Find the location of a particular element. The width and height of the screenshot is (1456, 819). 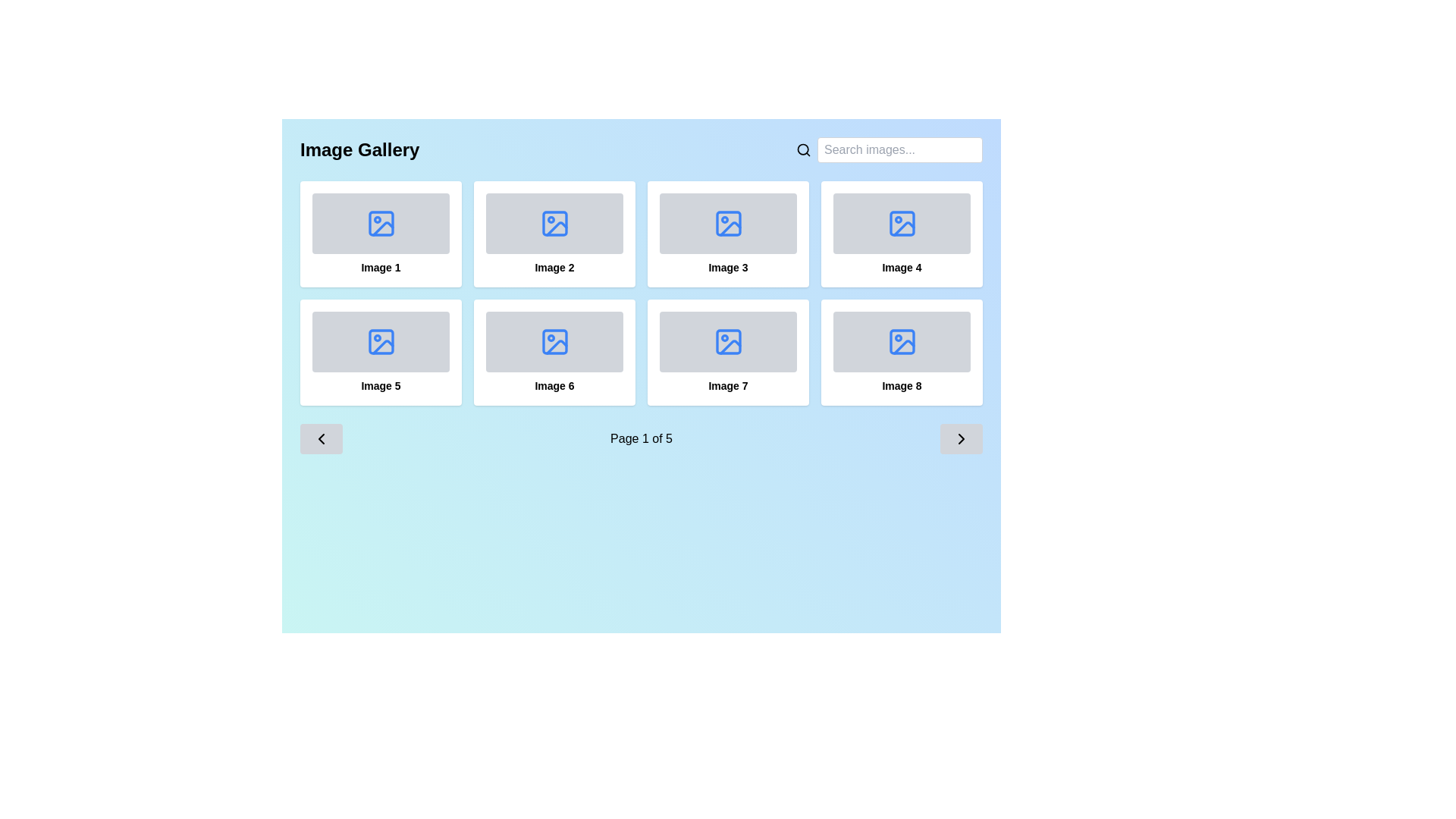

the pagination text label indicating 'Page 1 of 5', located near the bottom of the interface between two arrow buttons is located at coordinates (641, 438).